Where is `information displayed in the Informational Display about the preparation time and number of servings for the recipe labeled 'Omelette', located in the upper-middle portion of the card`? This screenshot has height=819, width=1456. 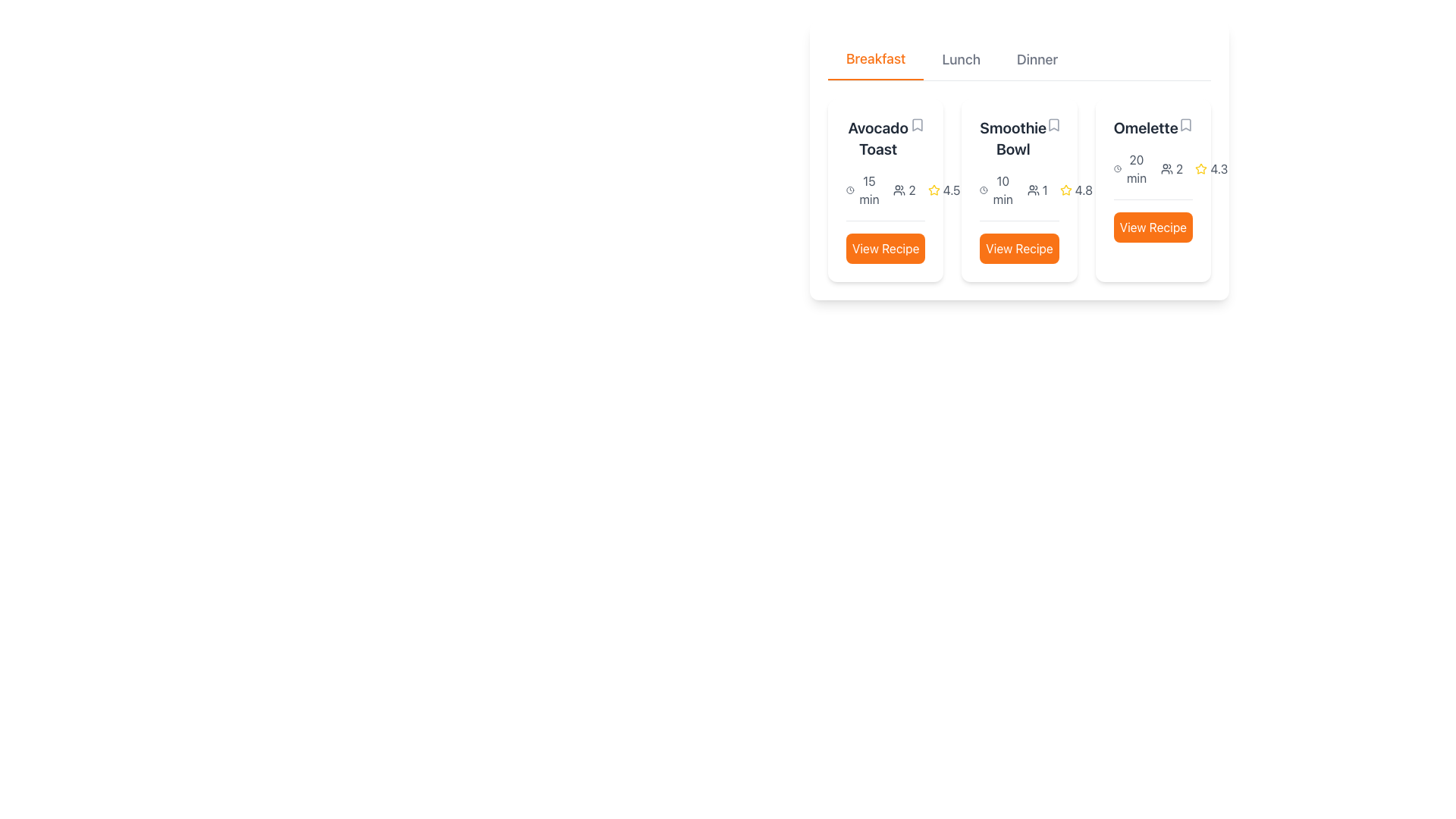 information displayed in the Informational Display about the preparation time and number of servings for the recipe labeled 'Omelette', located in the upper-middle portion of the card is located at coordinates (1153, 169).